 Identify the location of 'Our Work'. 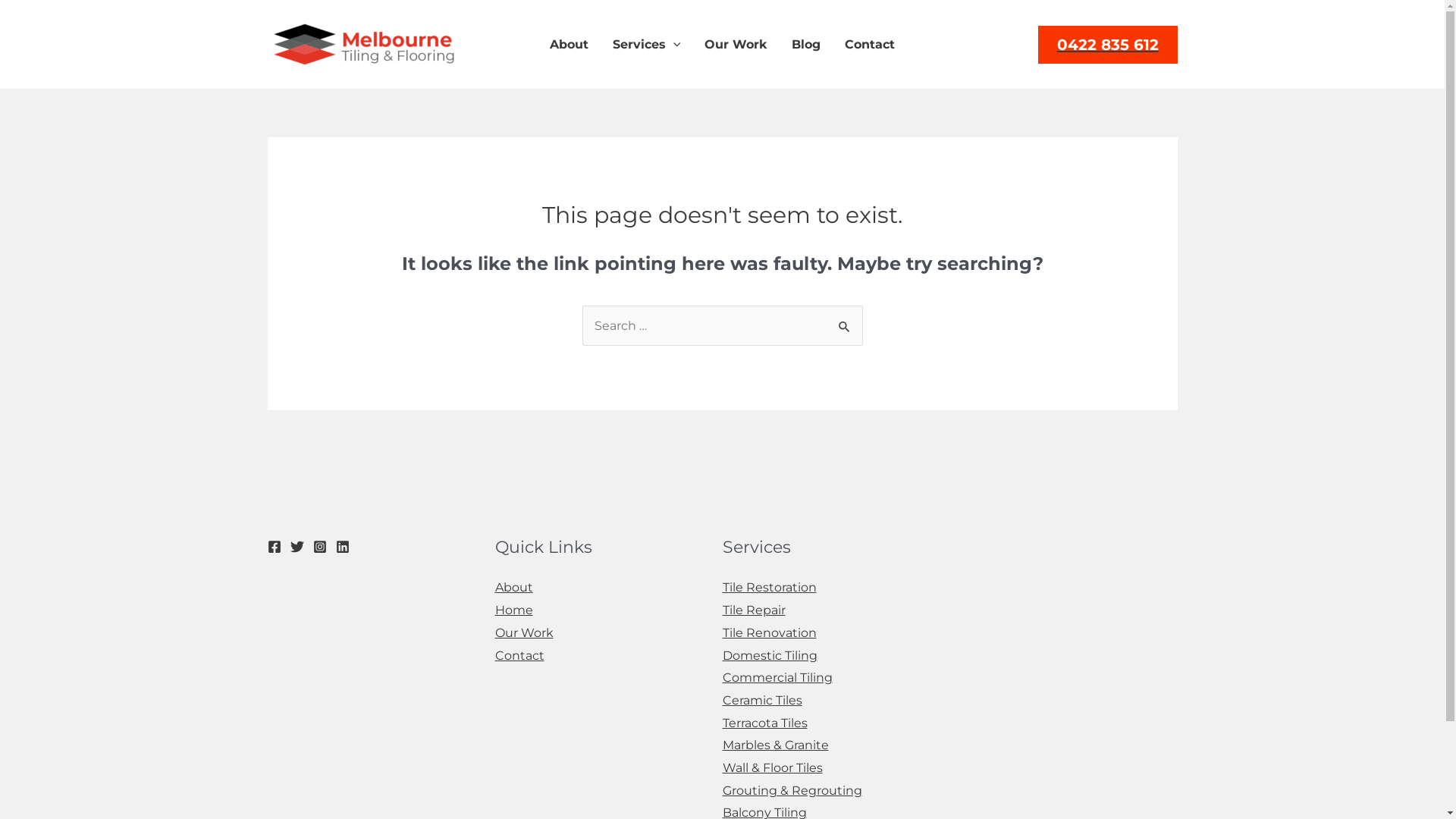
(523, 632).